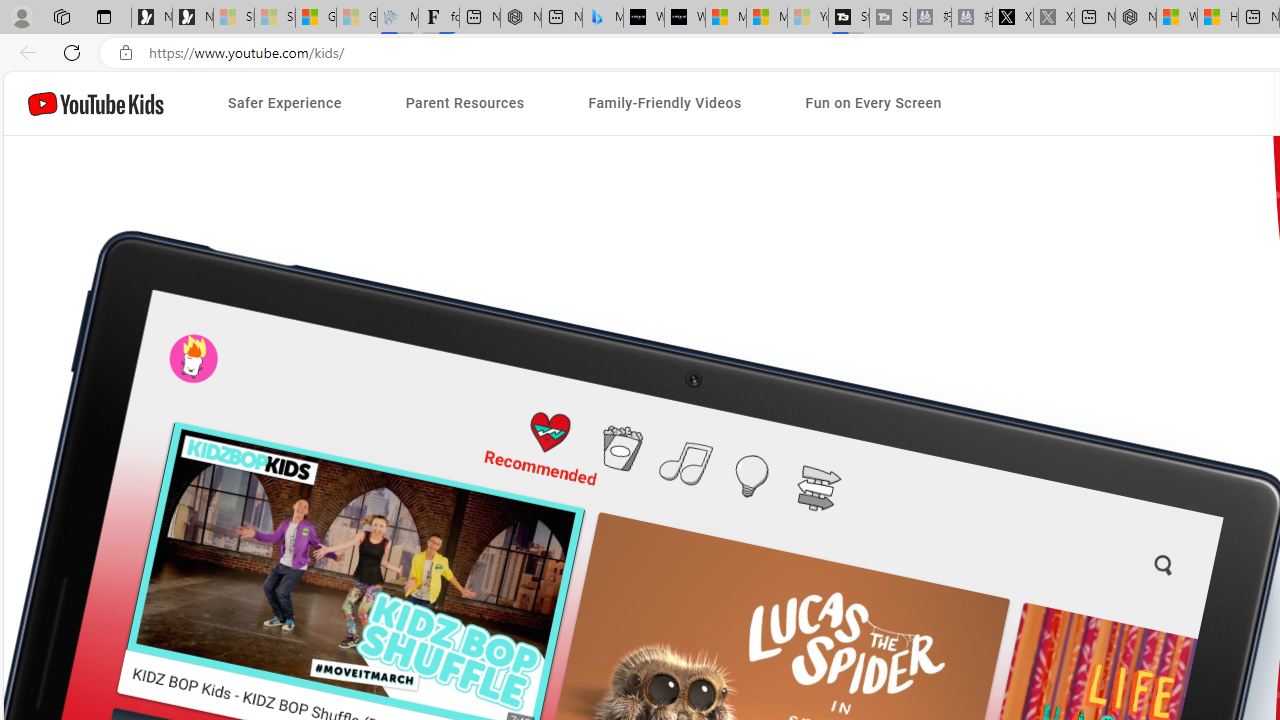 This screenshot has height=720, width=1280. What do you see at coordinates (95, 103) in the screenshot?
I see `'YouTube Kids'` at bounding box center [95, 103].